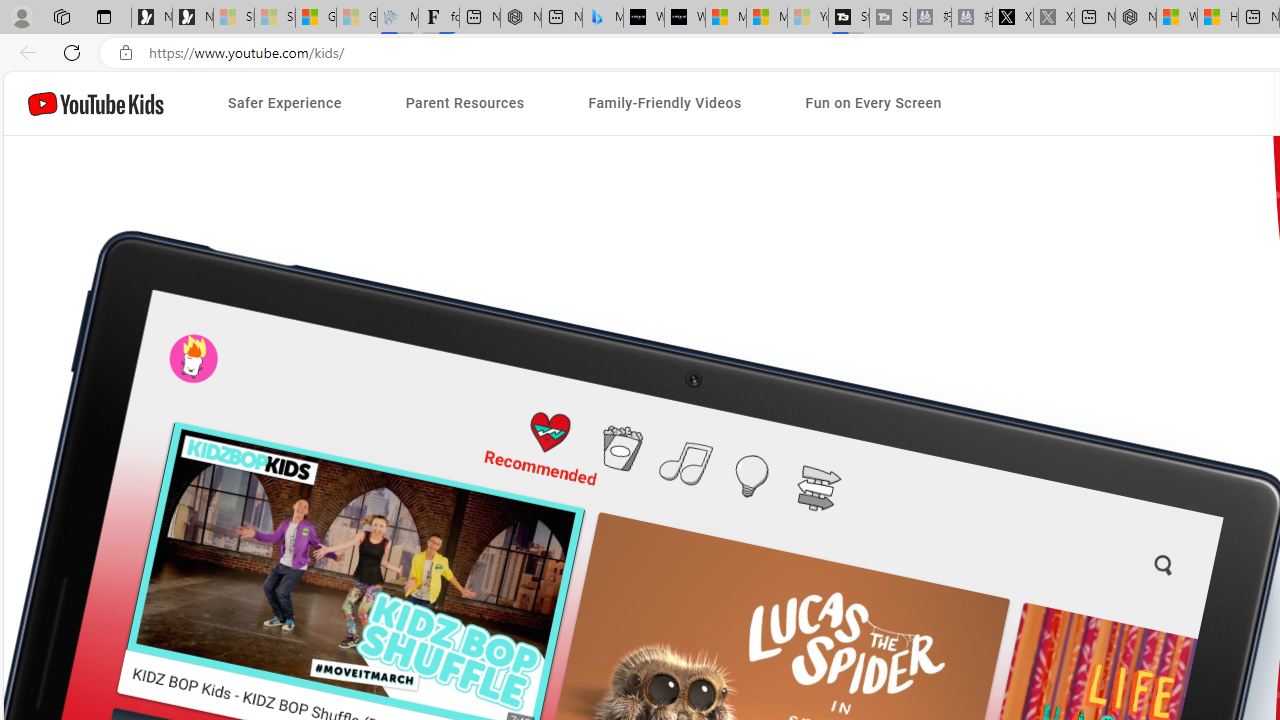 This screenshot has height=720, width=1280. What do you see at coordinates (95, 103) in the screenshot?
I see `'YouTube Kids'` at bounding box center [95, 103].